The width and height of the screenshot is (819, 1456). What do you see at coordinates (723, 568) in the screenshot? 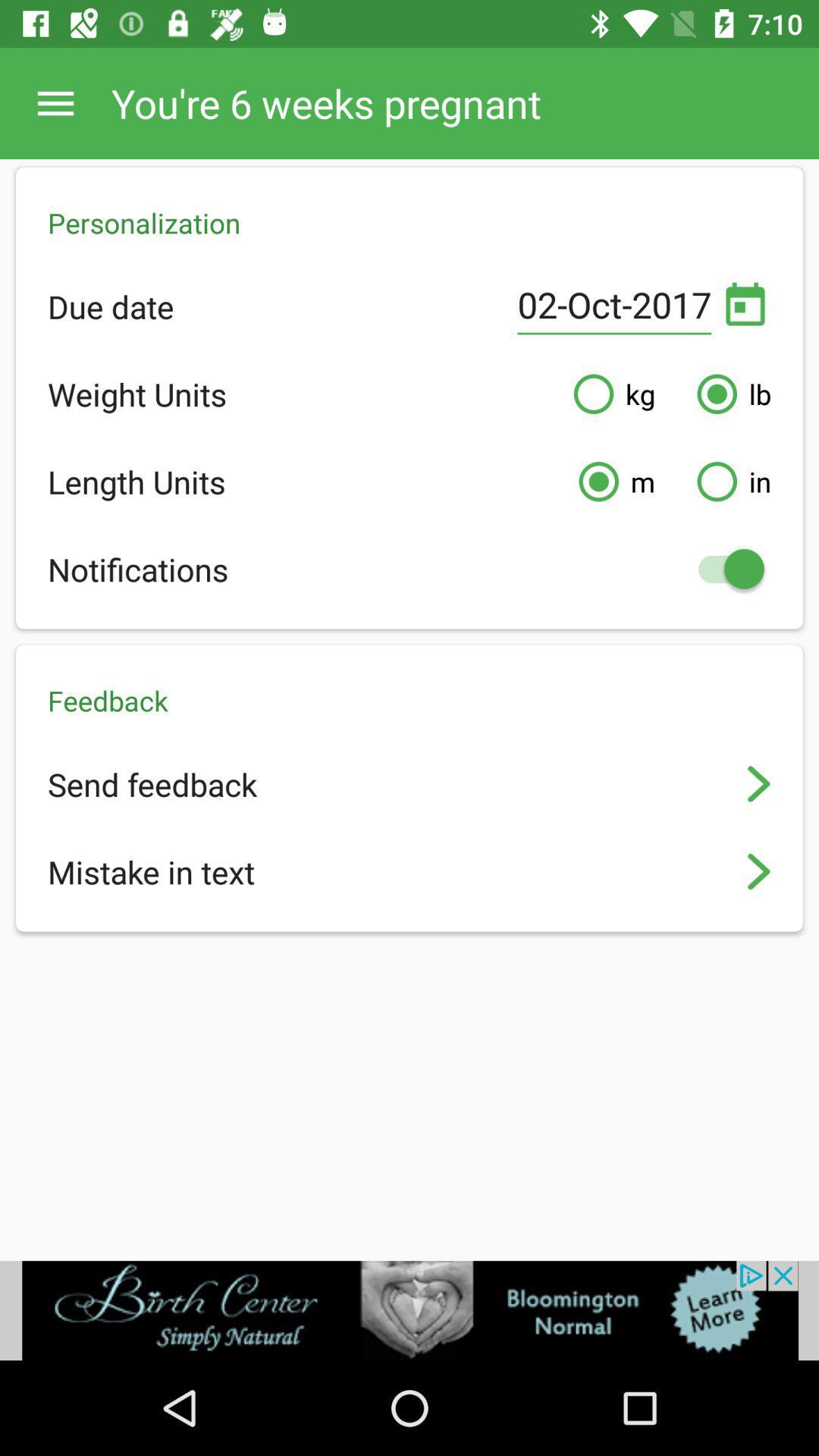
I see `notifications` at bounding box center [723, 568].